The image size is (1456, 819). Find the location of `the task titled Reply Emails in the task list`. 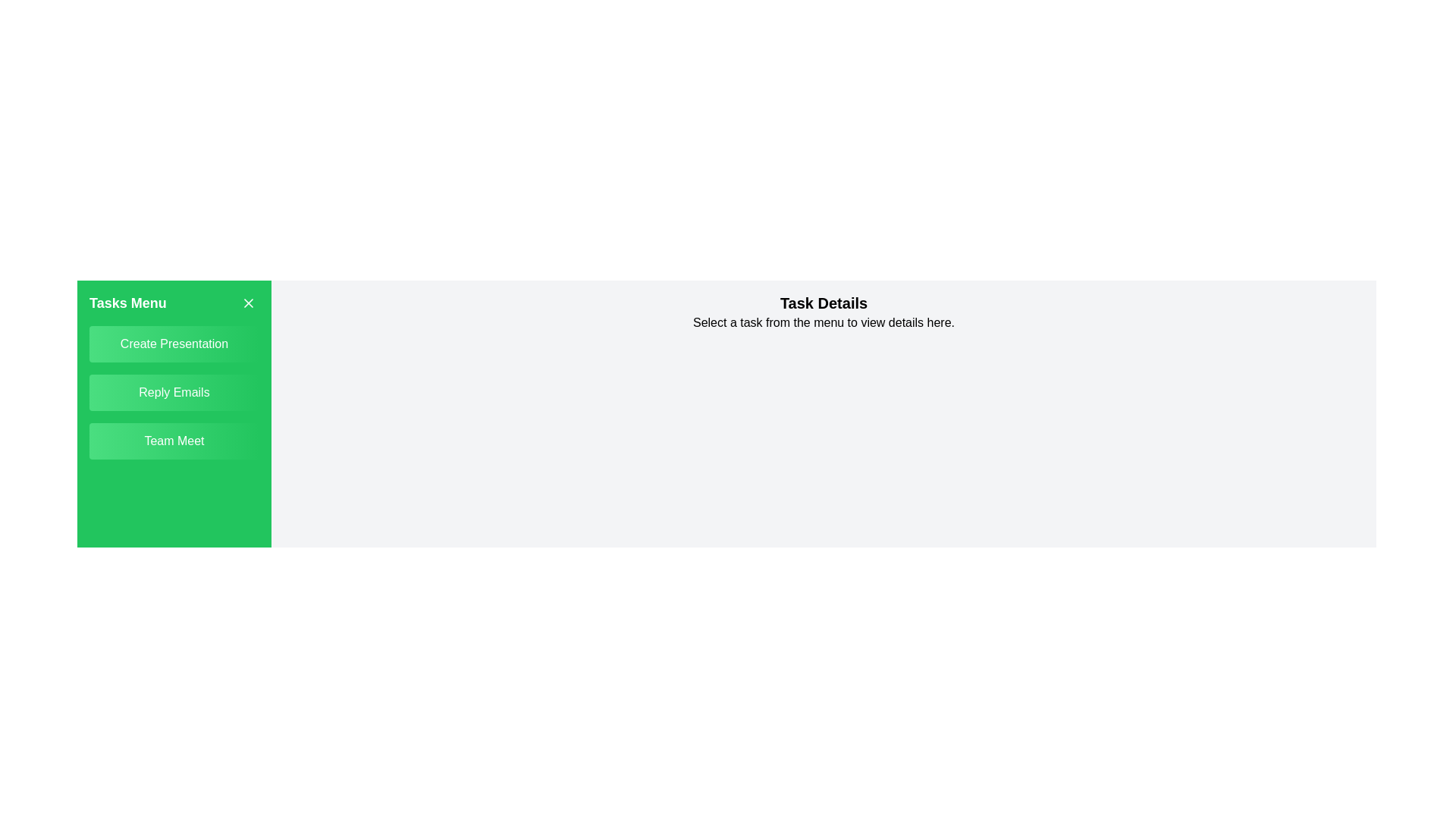

the task titled Reply Emails in the task list is located at coordinates (174, 391).